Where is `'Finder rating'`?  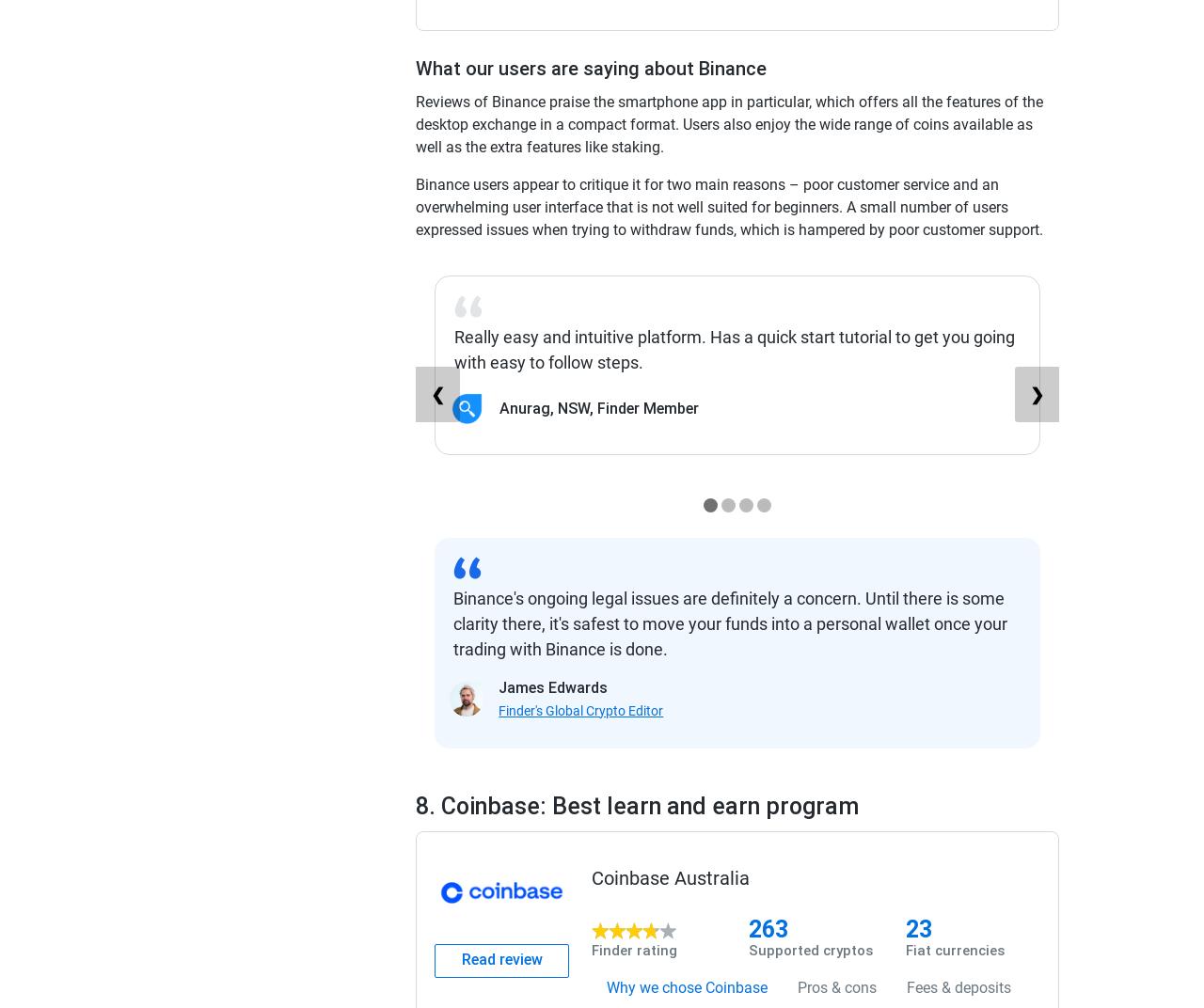
'Finder rating' is located at coordinates (634, 951).